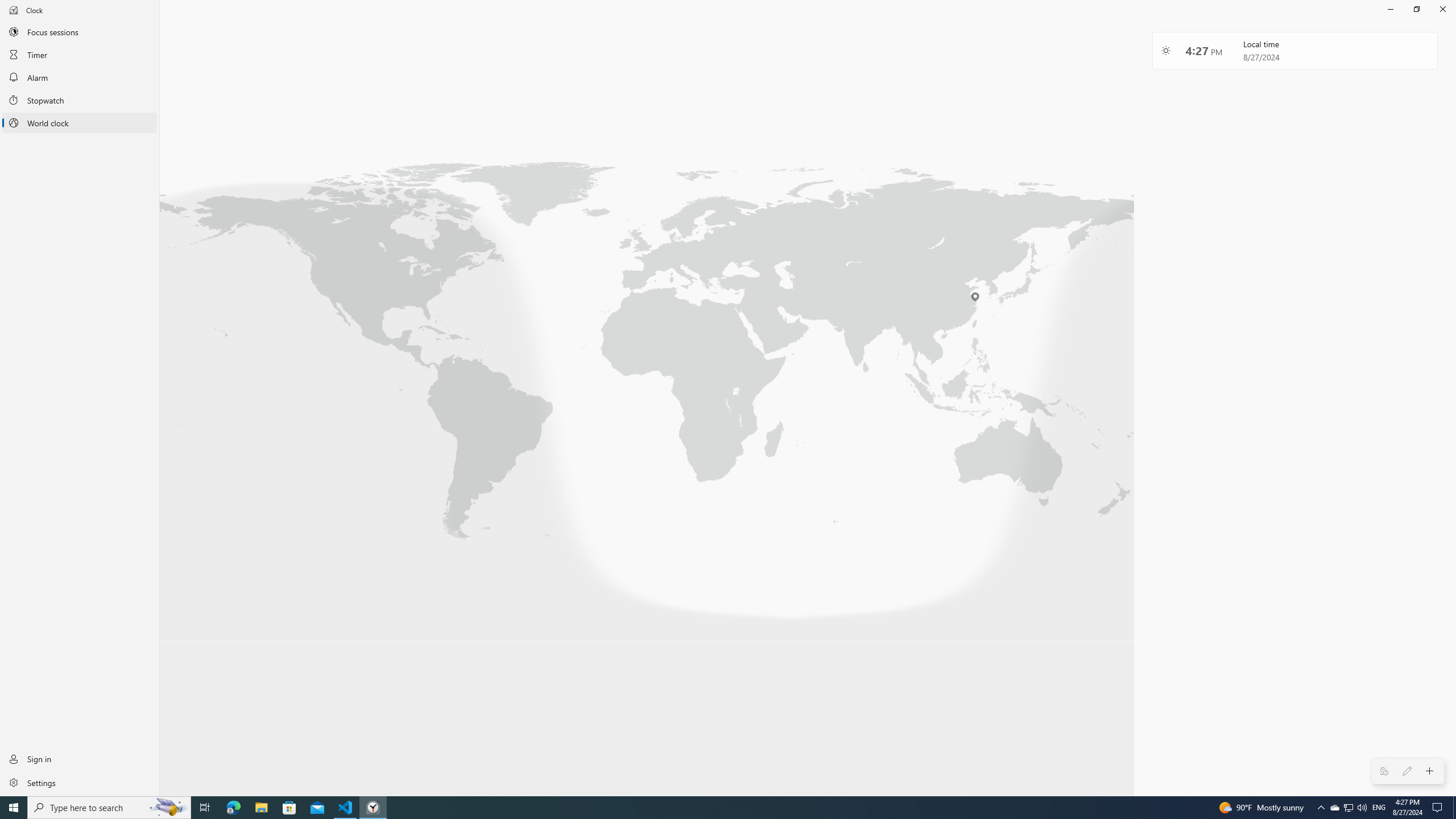 Image resolution: width=1456 pixels, height=819 pixels. What do you see at coordinates (79, 54) in the screenshot?
I see `'Timer'` at bounding box center [79, 54].